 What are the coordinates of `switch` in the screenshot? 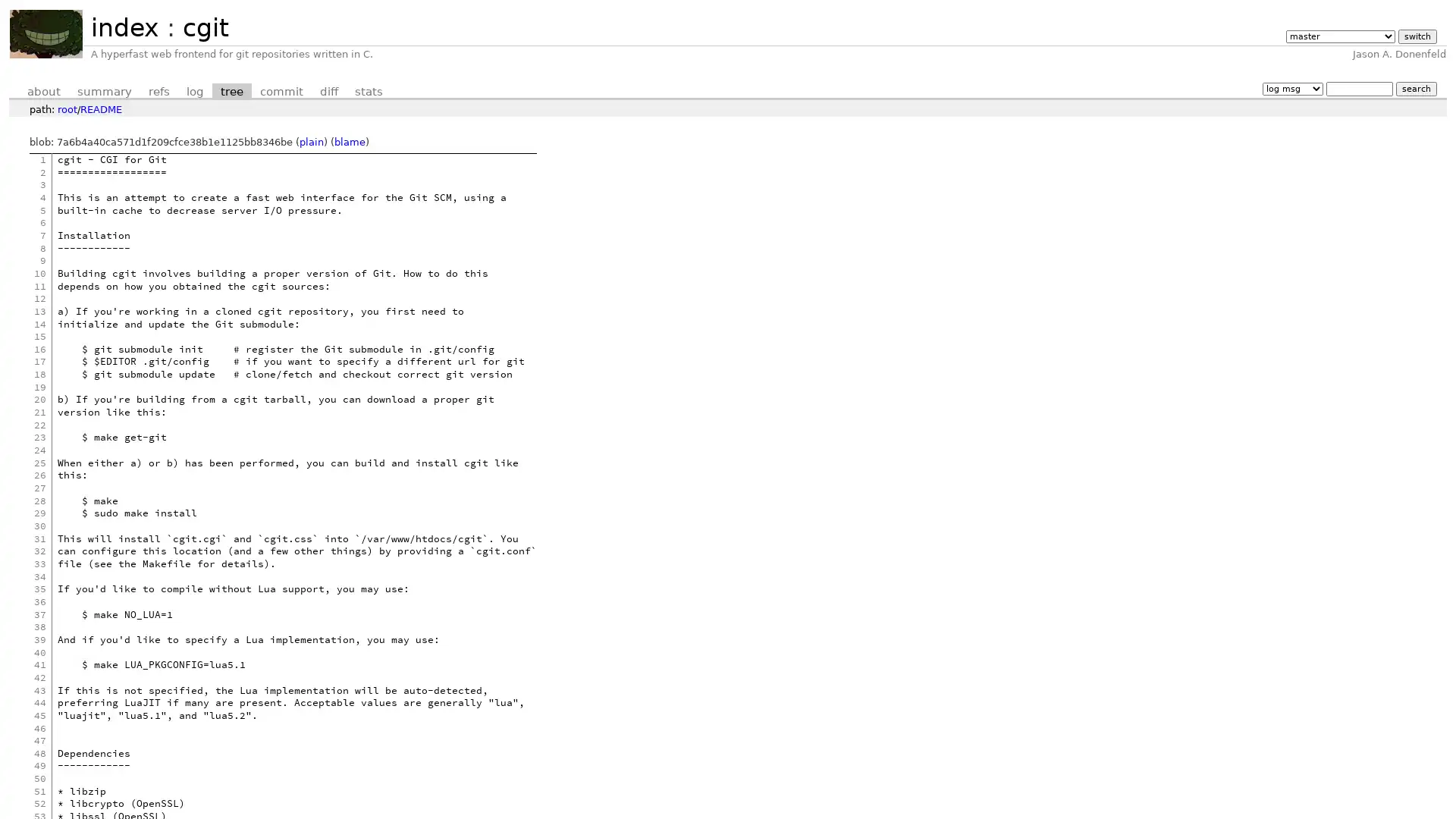 It's located at (1416, 36).